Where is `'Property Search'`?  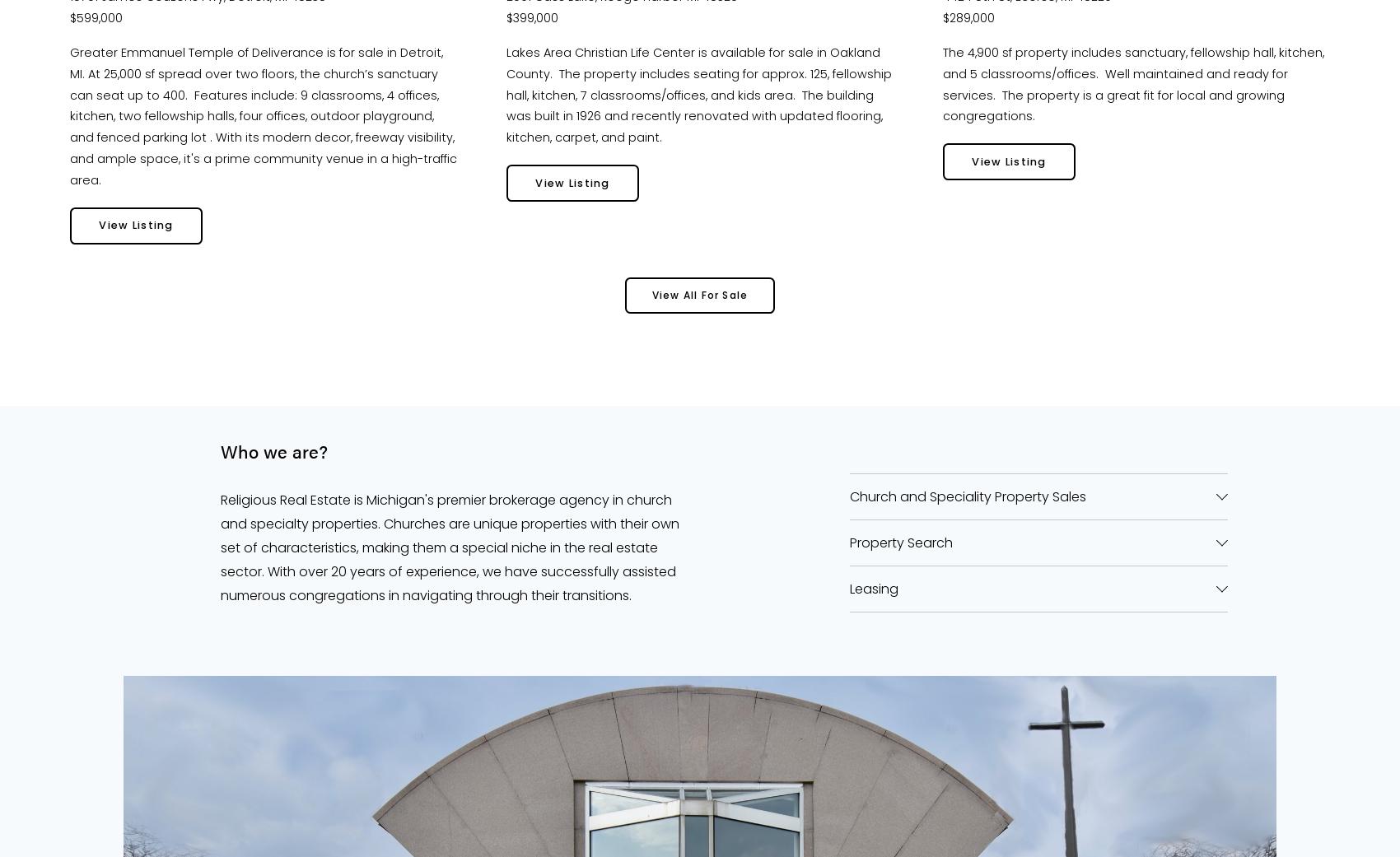 'Property Search' is located at coordinates (848, 541).